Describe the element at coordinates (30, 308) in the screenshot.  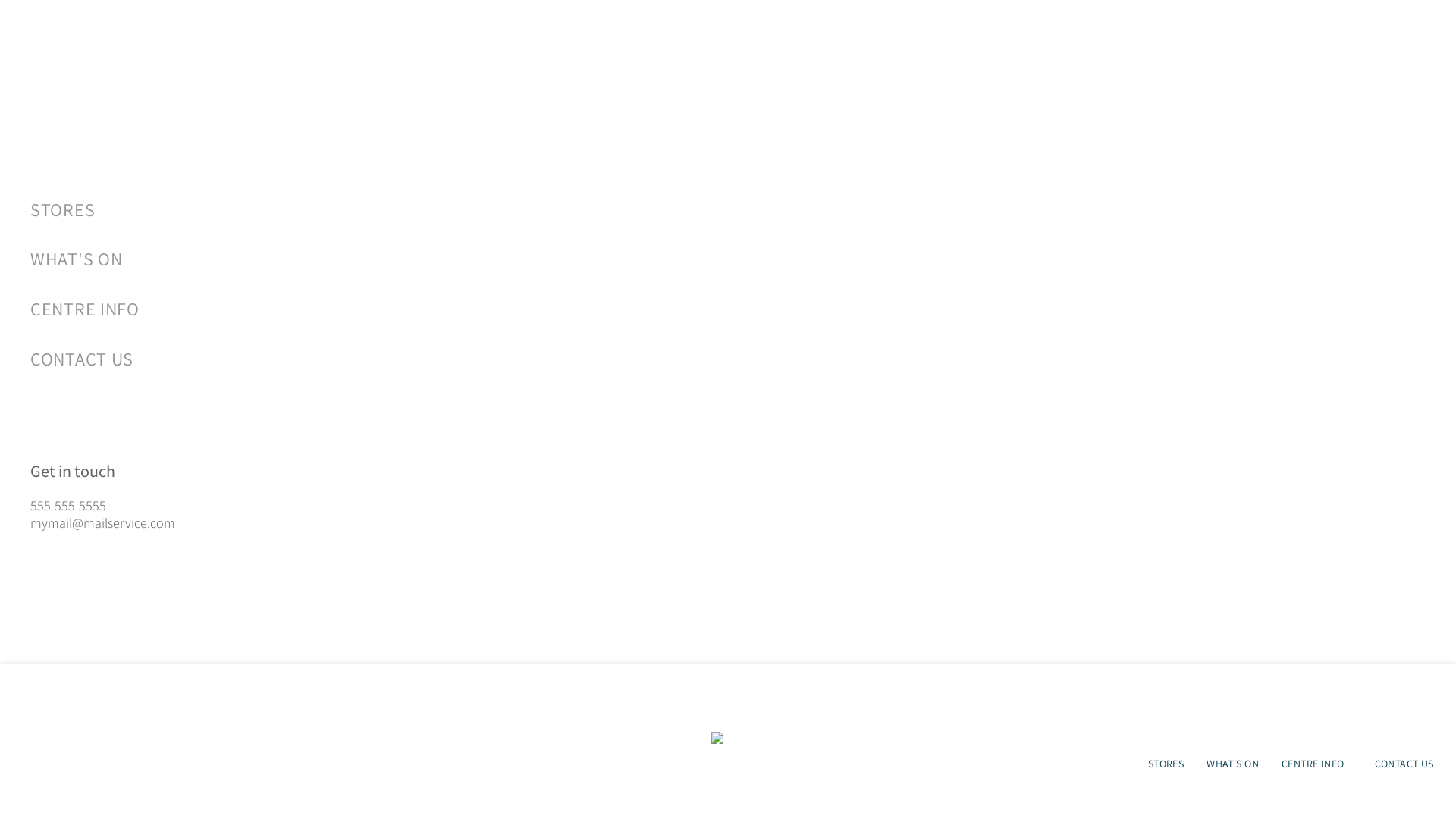
I see `'CENTRE INFO'` at that location.